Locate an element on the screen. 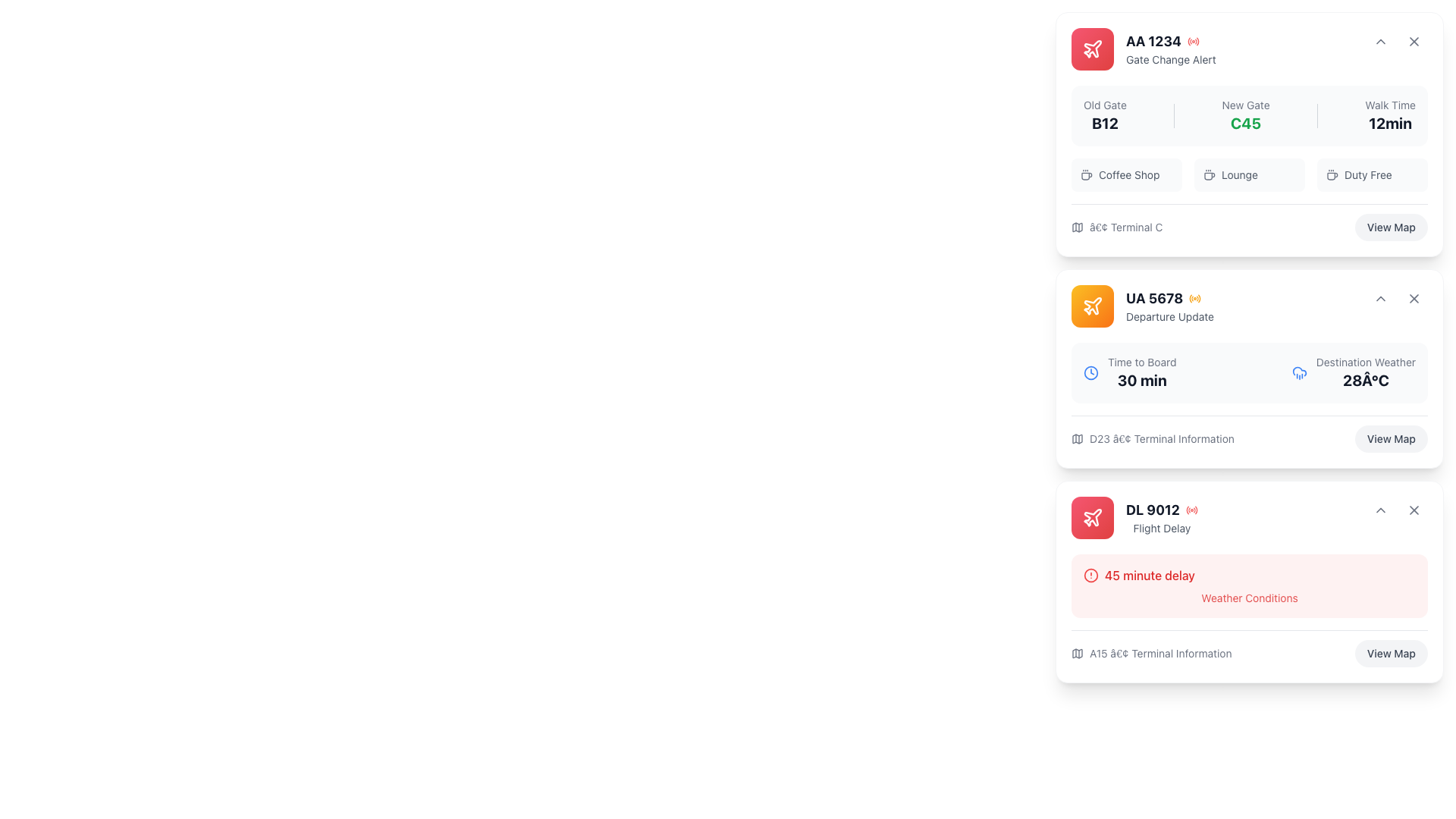  the static informational text displaying 'Destination Weather' and '28°C' in the 'UA 5678 Departure Update' card is located at coordinates (1366, 373).